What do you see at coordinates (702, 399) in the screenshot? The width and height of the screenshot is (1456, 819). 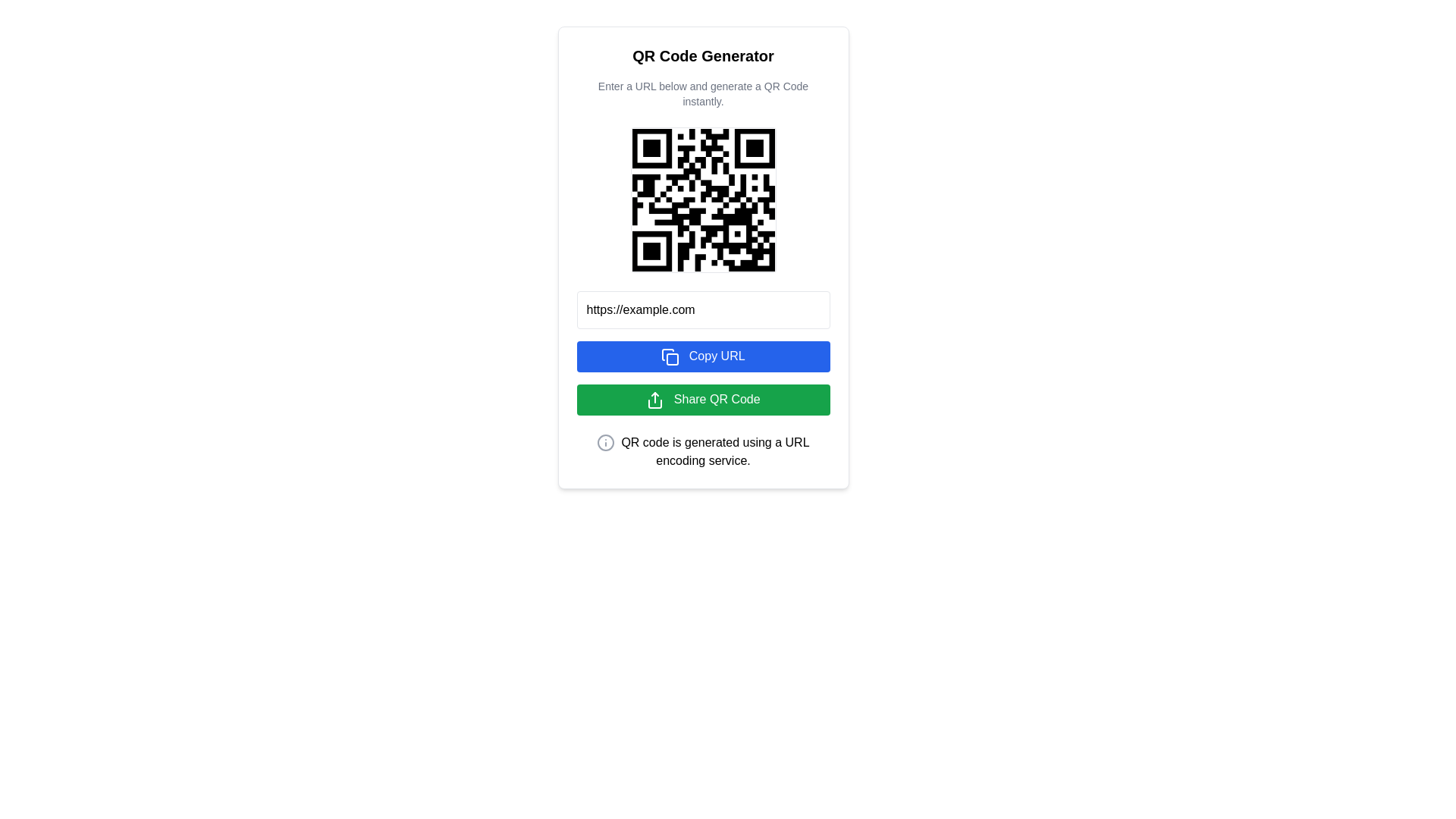 I see `the button that shares a QR code, located between the 'Copy URL' button and a text notice, to observe the hover effect` at bounding box center [702, 399].